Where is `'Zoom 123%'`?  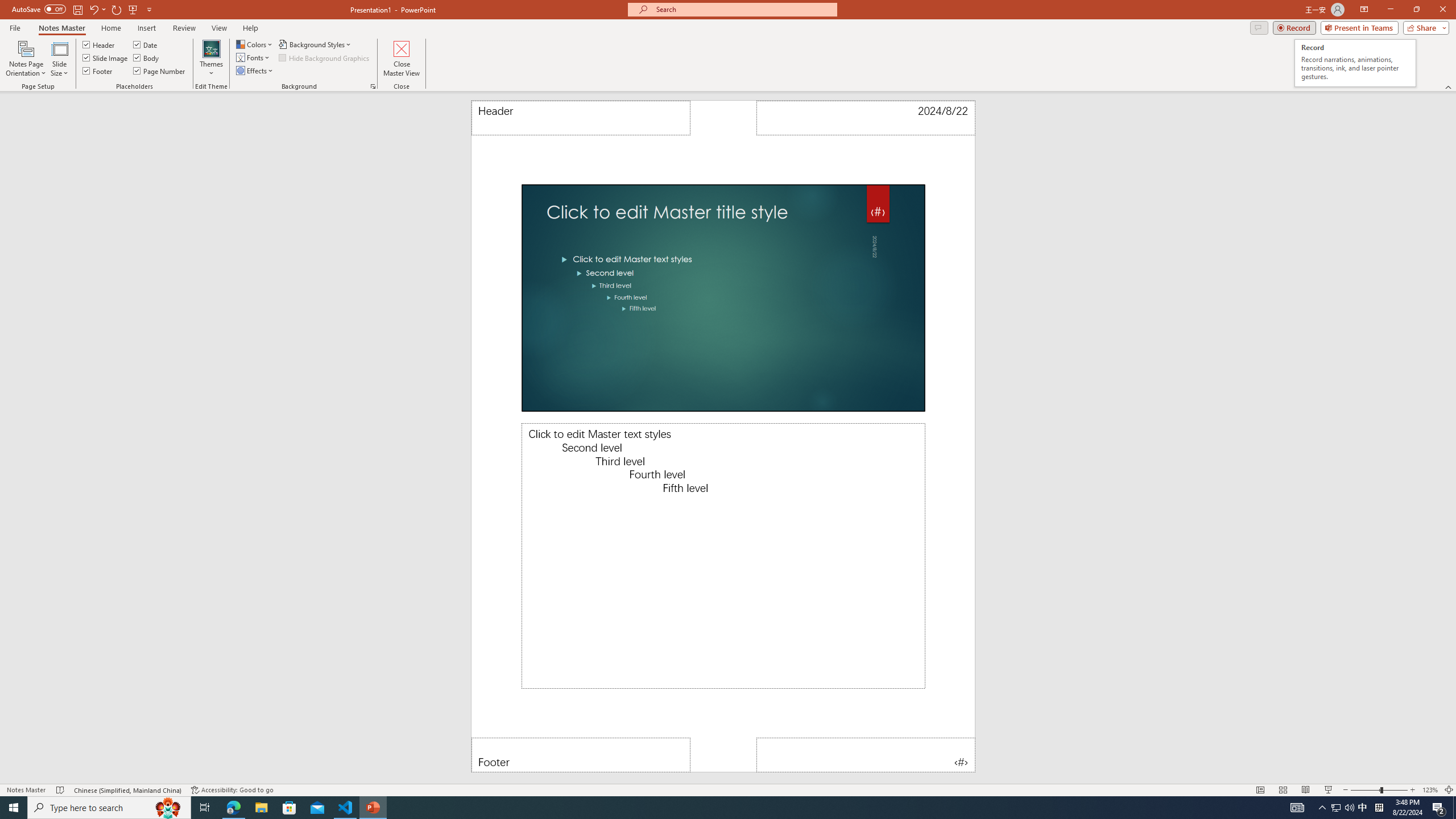 'Zoom 123%' is located at coordinates (1430, 790).